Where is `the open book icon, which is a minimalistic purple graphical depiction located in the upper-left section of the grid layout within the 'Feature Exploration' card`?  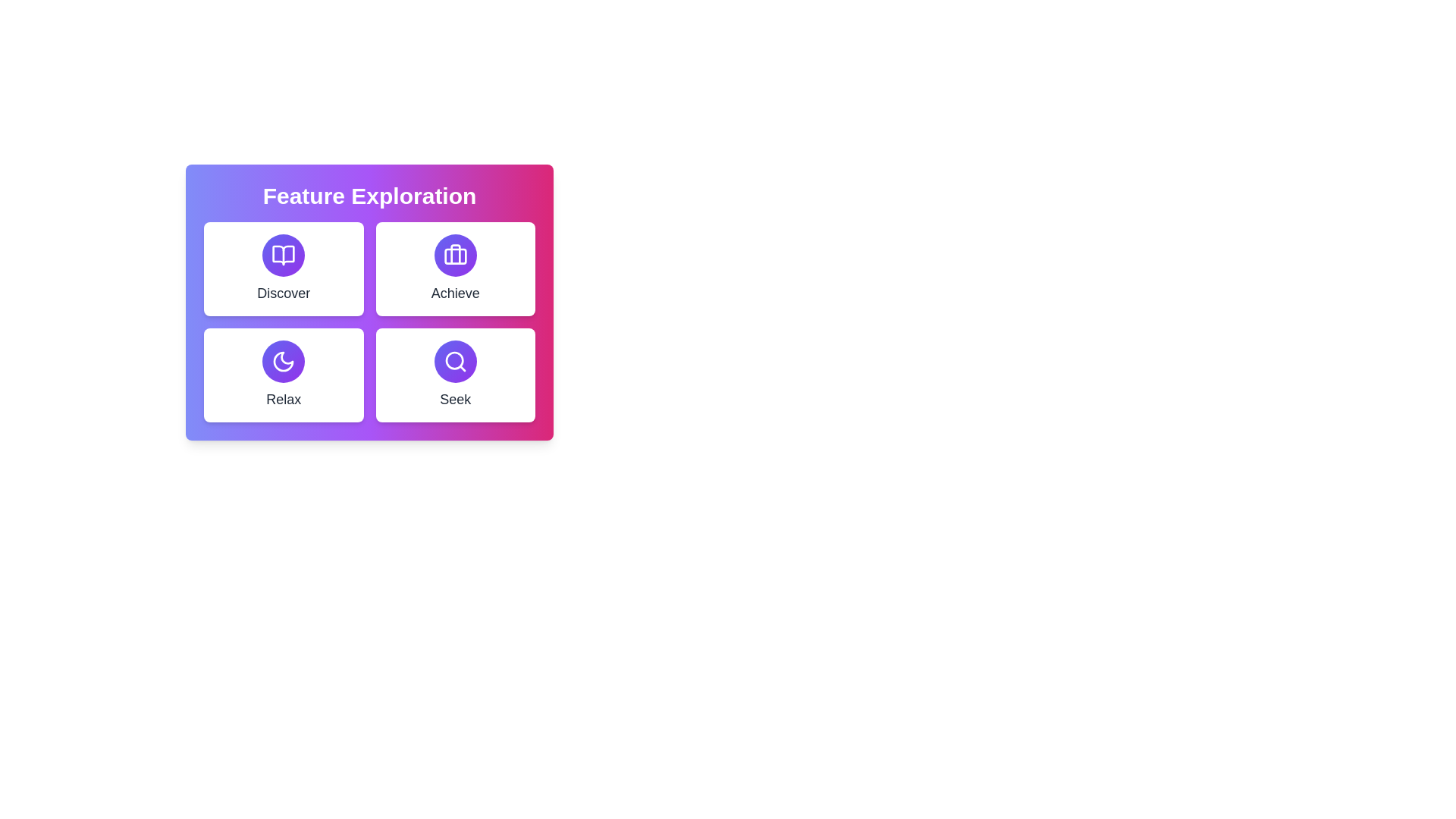 the open book icon, which is a minimalistic purple graphical depiction located in the upper-left section of the grid layout within the 'Feature Exploration' card is located at coordinates (284, 254).